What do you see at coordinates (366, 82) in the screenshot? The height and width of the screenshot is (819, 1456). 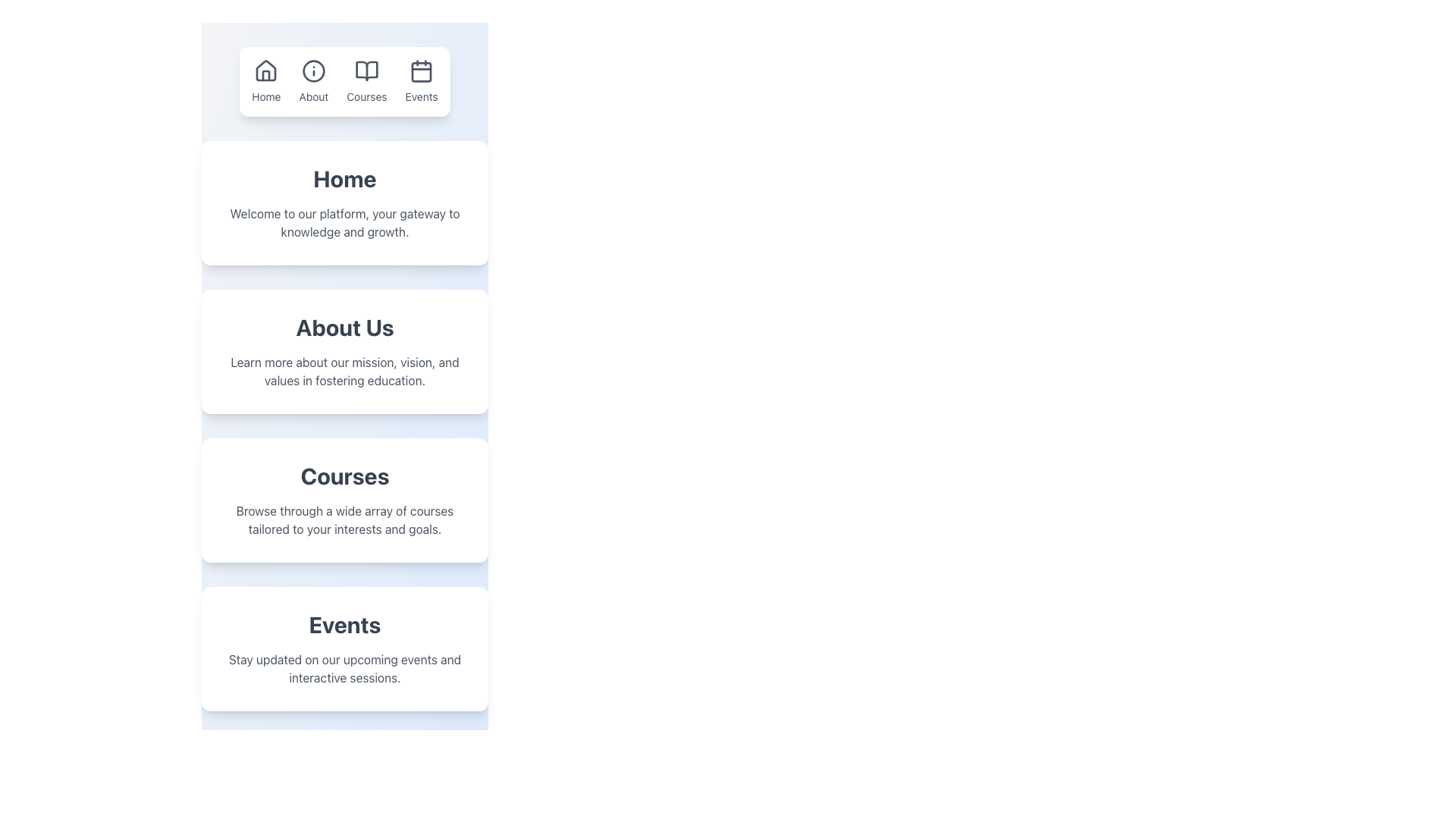 I see `the 'Courses' navigation link located in the top navigation bar` at bounding box center [366, 82].